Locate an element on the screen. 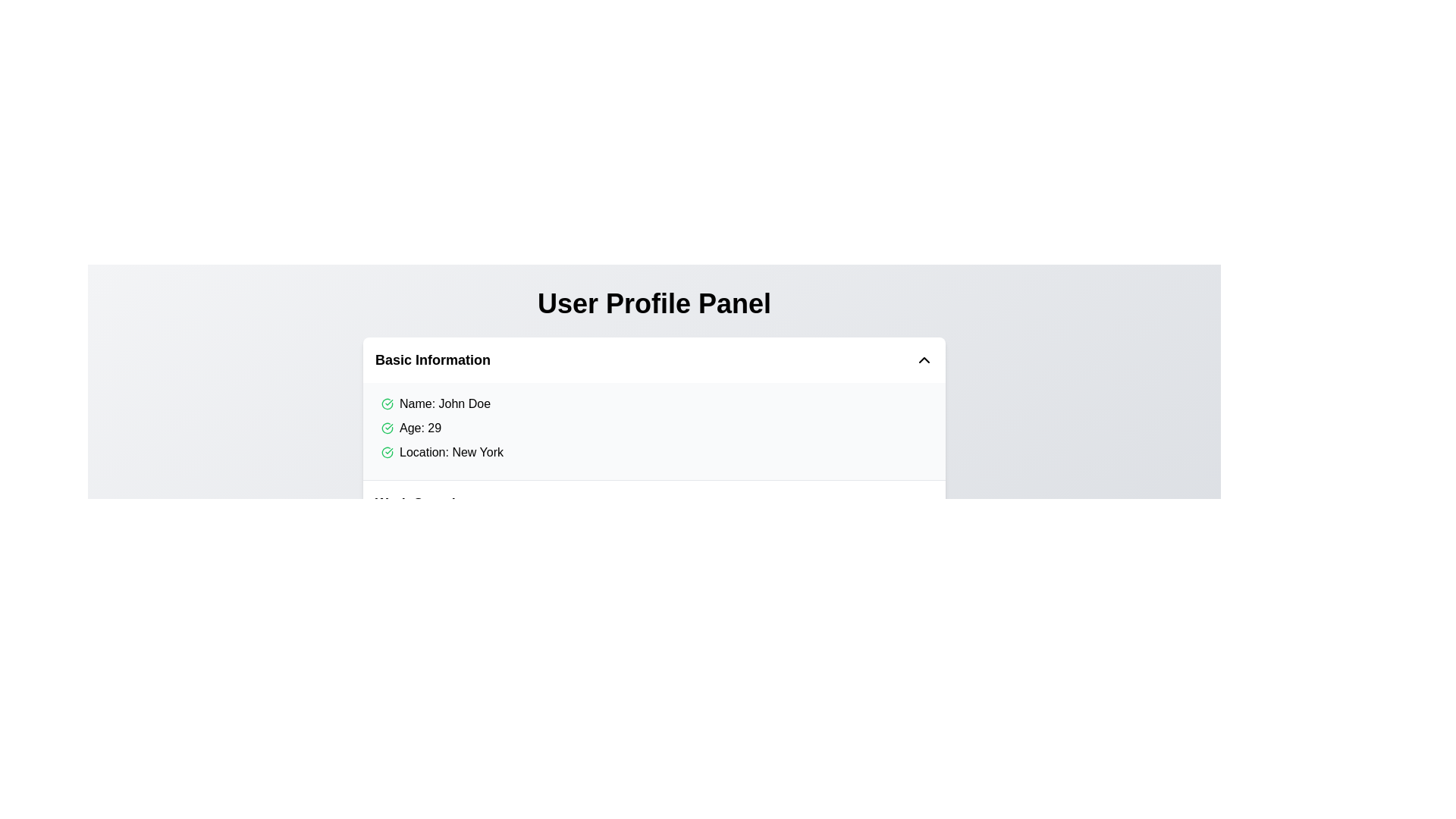  the static text label displaying 'Name: John Doe', which is located under the 'Basic Information' heading and is the first row in the vertical list is located at coordinates (444, 403).